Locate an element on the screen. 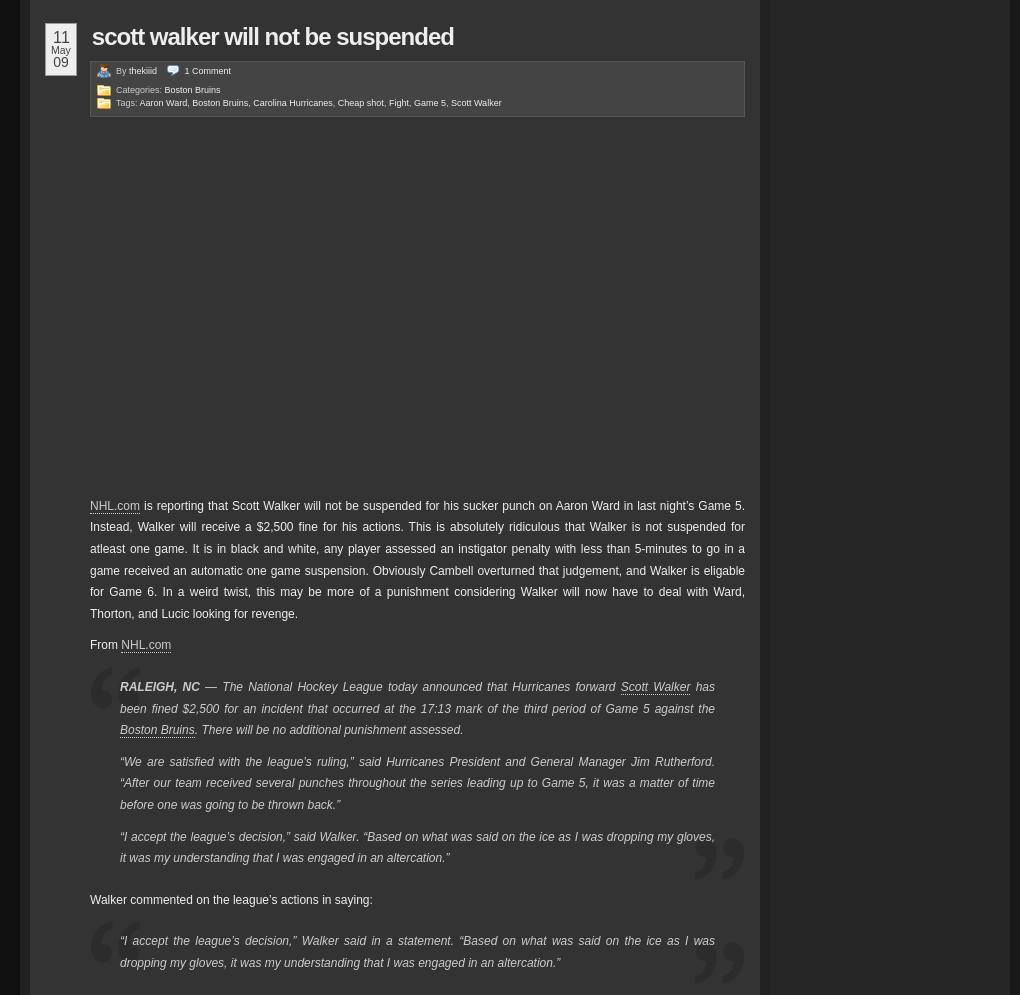 This screenshot has height=995, width=1020. 'Scott Walker Will Not Be Suspended' is located at coordinates (271, 36).